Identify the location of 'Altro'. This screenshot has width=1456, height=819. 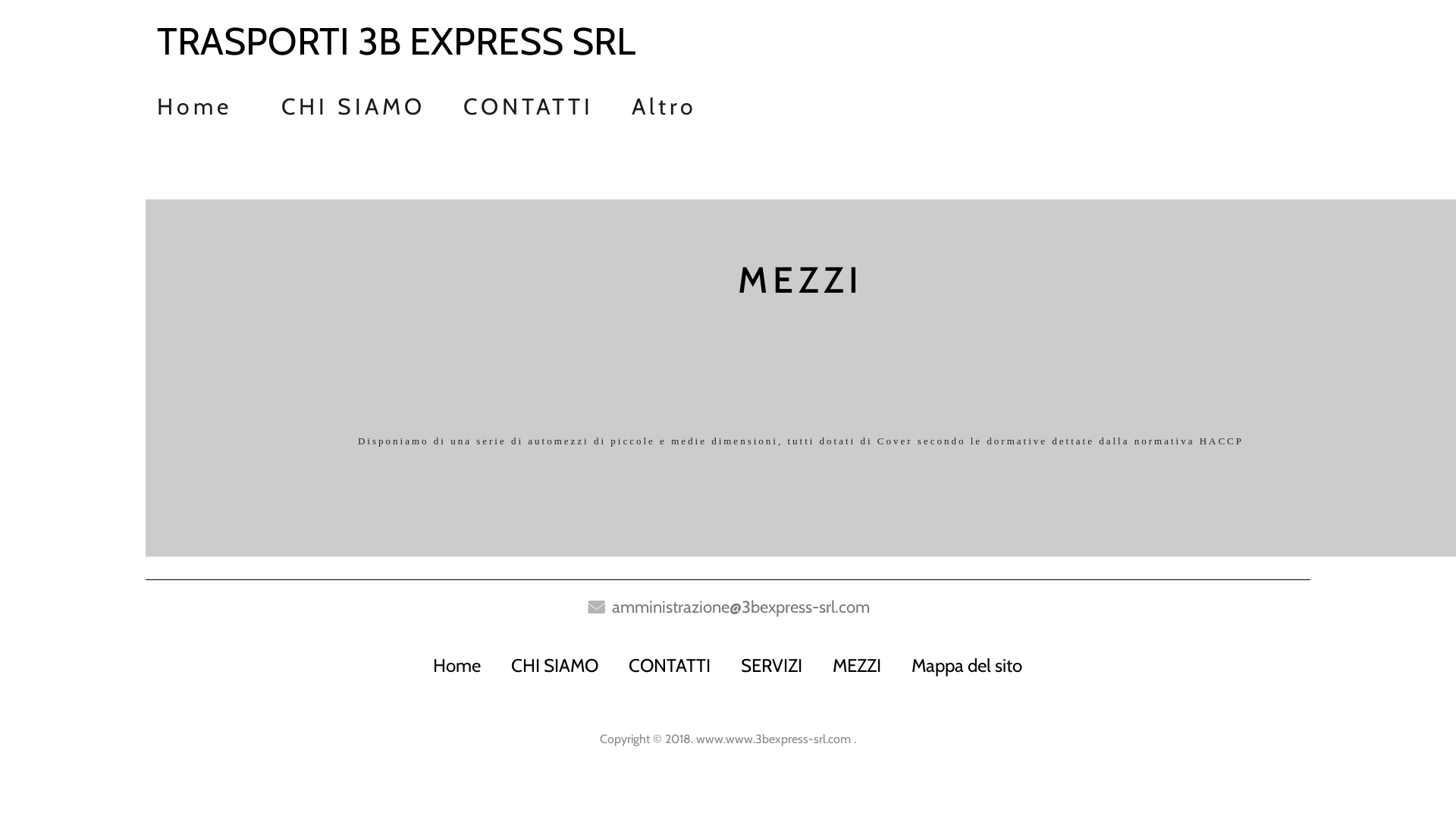
(664, 102).